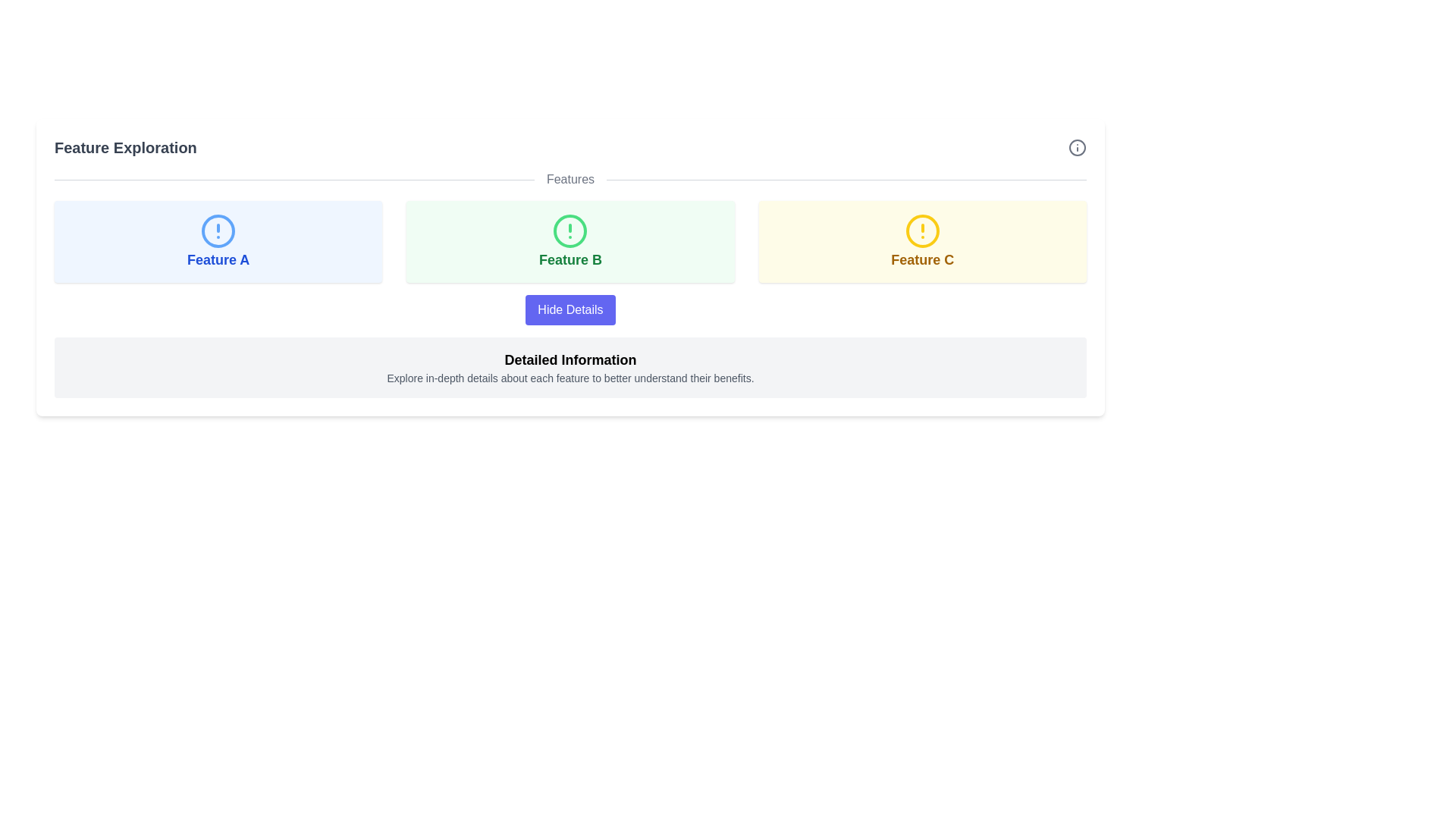  Describe the element at coordinates (570, 259) in the screenshot. I see `the Text Label for 'Feature B', which is centrally located in a row of feature containers with a light green background` at that location.